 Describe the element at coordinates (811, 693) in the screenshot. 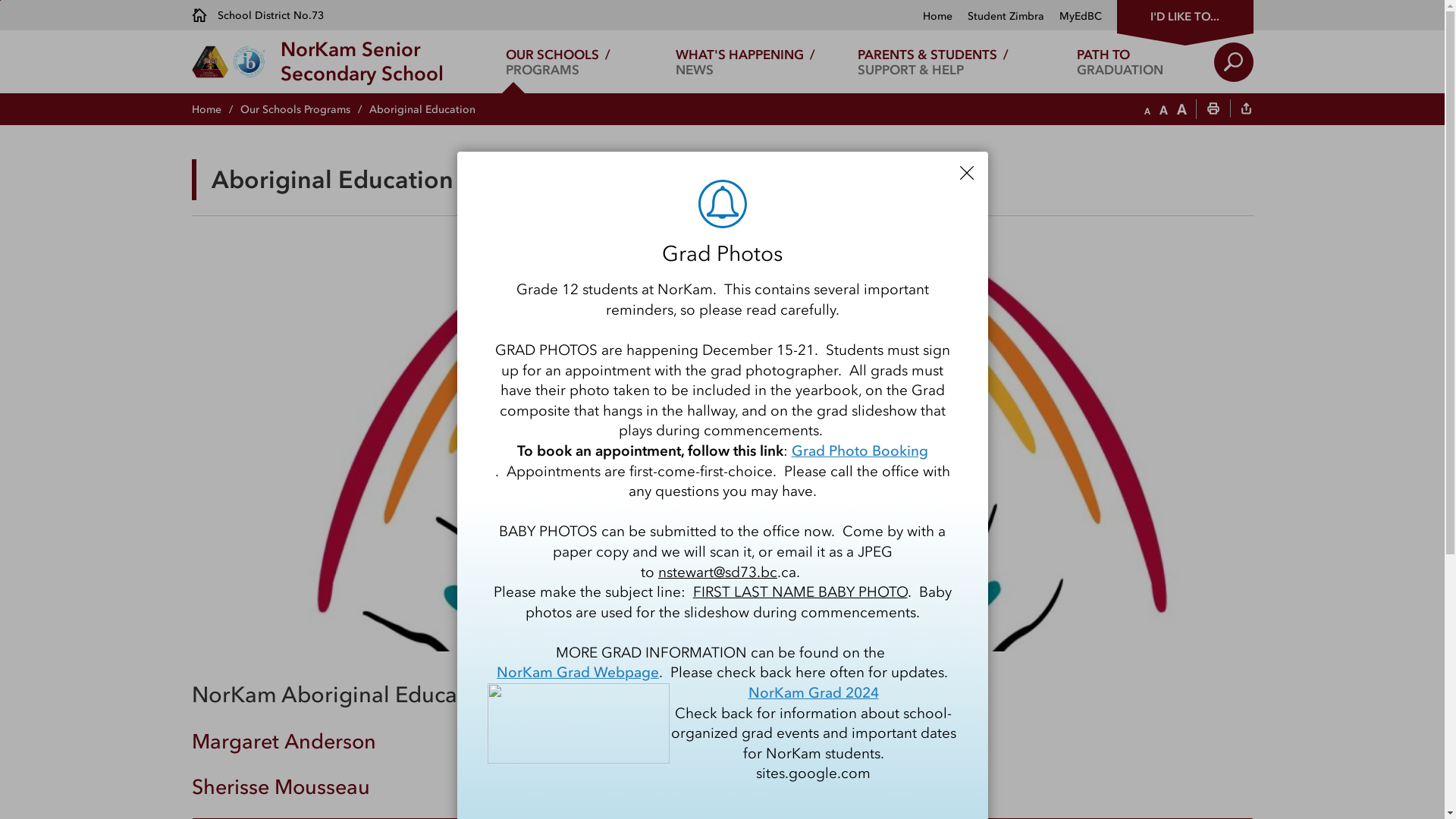

I see `'NorKam Grad 2024'` at that location.